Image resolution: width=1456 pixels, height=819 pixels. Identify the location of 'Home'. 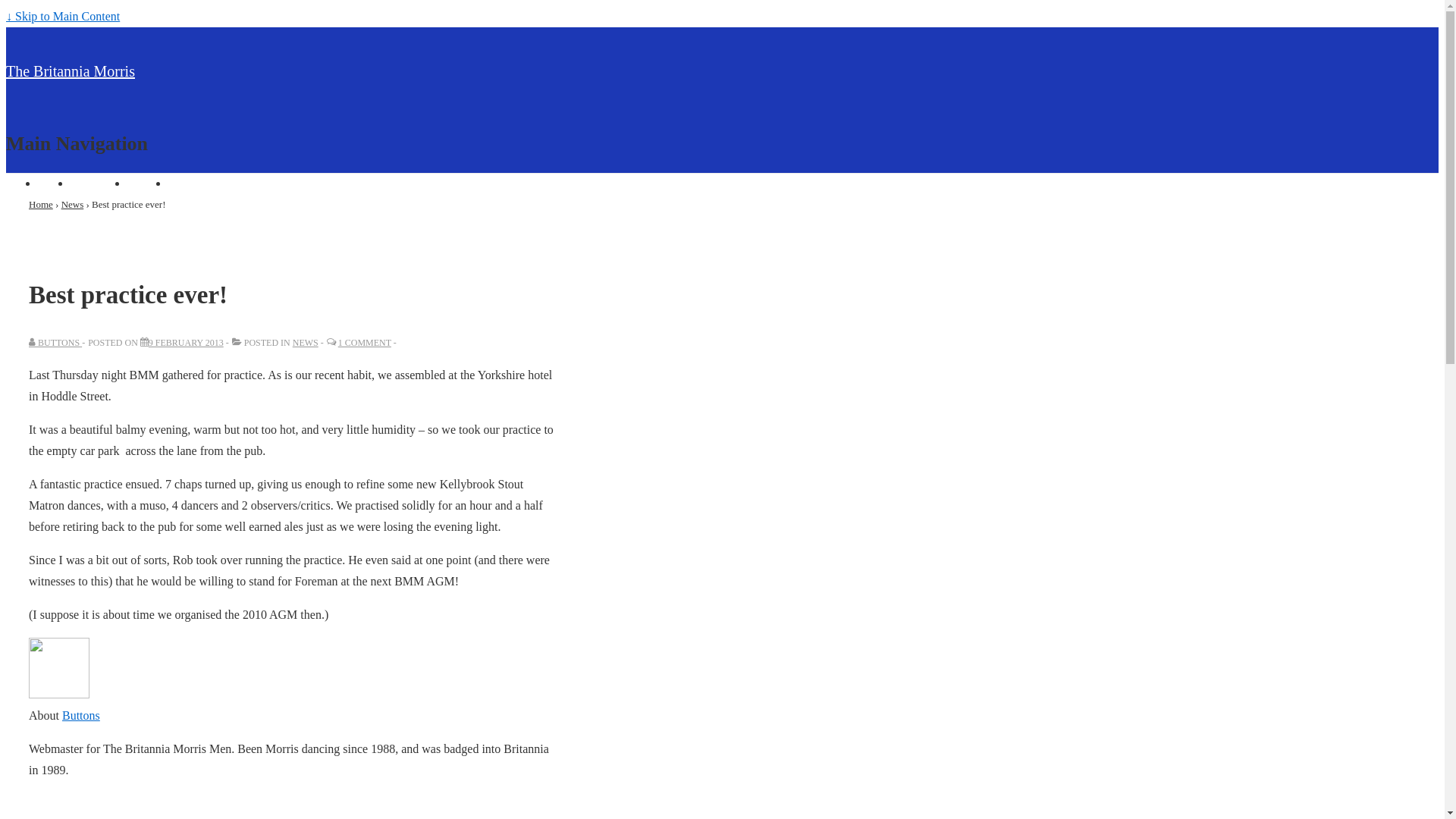
(53, 182).